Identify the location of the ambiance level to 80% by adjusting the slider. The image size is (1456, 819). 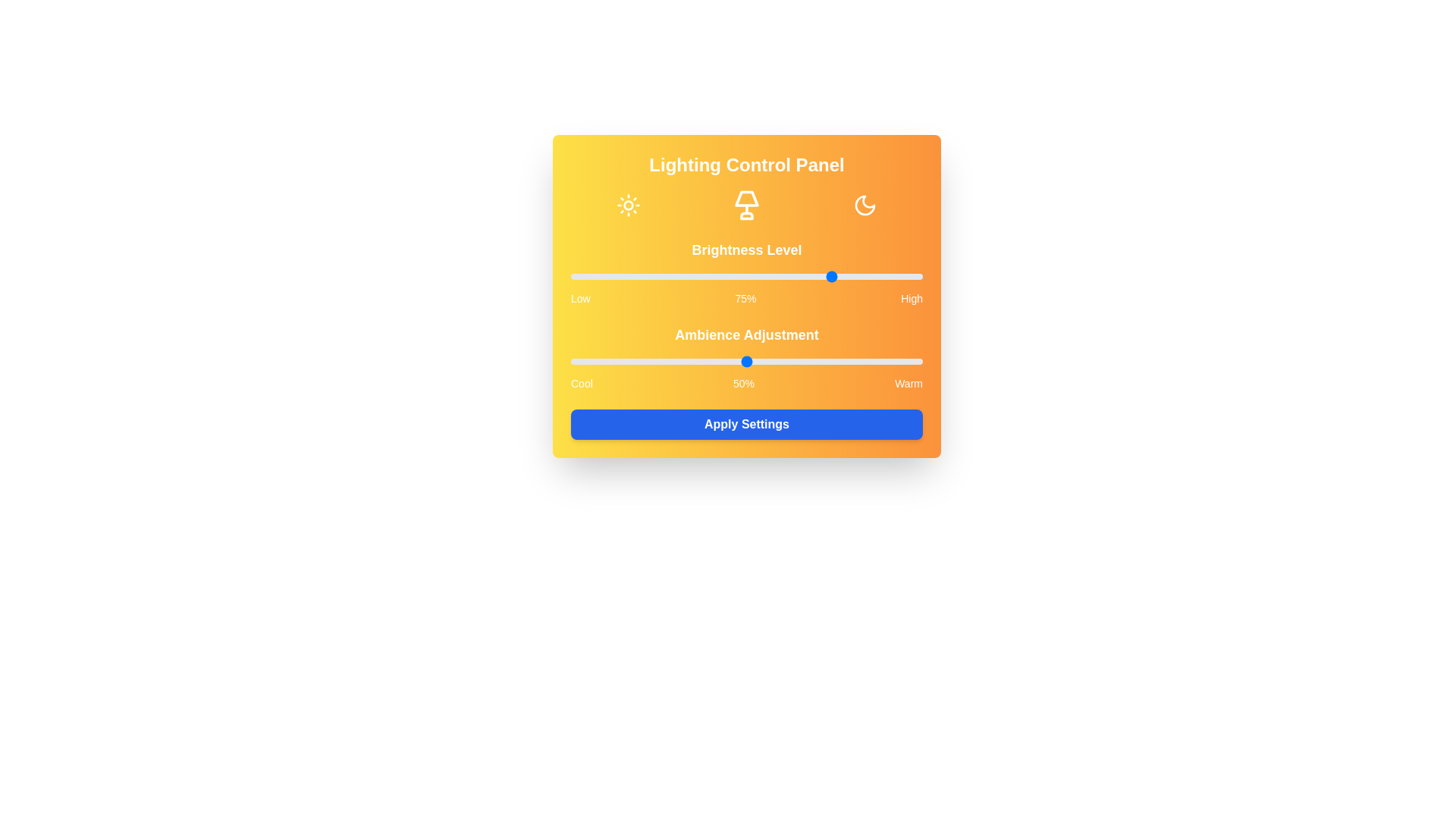
(852, 362).